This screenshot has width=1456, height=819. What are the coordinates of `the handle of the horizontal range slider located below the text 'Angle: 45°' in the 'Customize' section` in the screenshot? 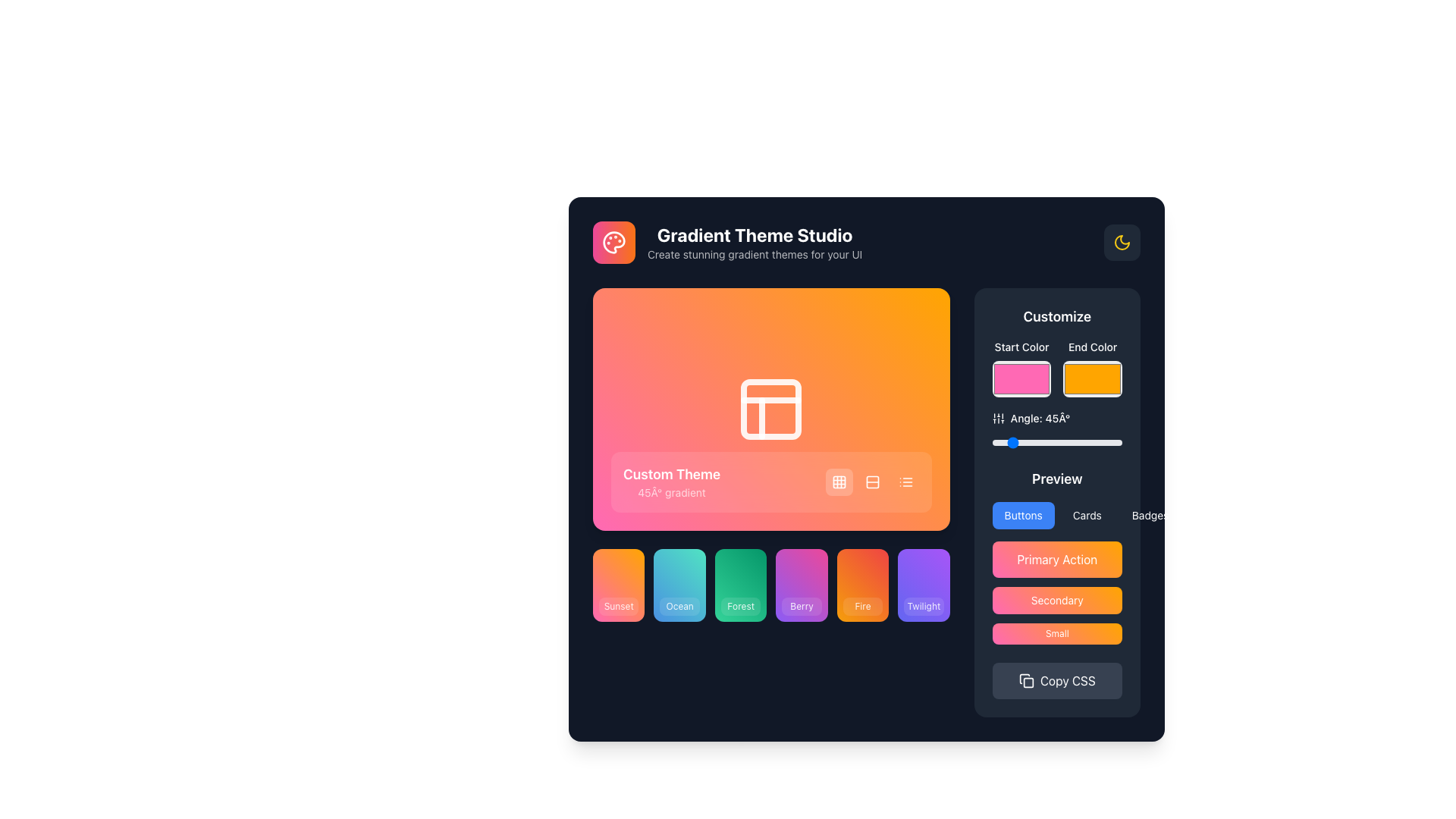 It's located at (1056, 442).